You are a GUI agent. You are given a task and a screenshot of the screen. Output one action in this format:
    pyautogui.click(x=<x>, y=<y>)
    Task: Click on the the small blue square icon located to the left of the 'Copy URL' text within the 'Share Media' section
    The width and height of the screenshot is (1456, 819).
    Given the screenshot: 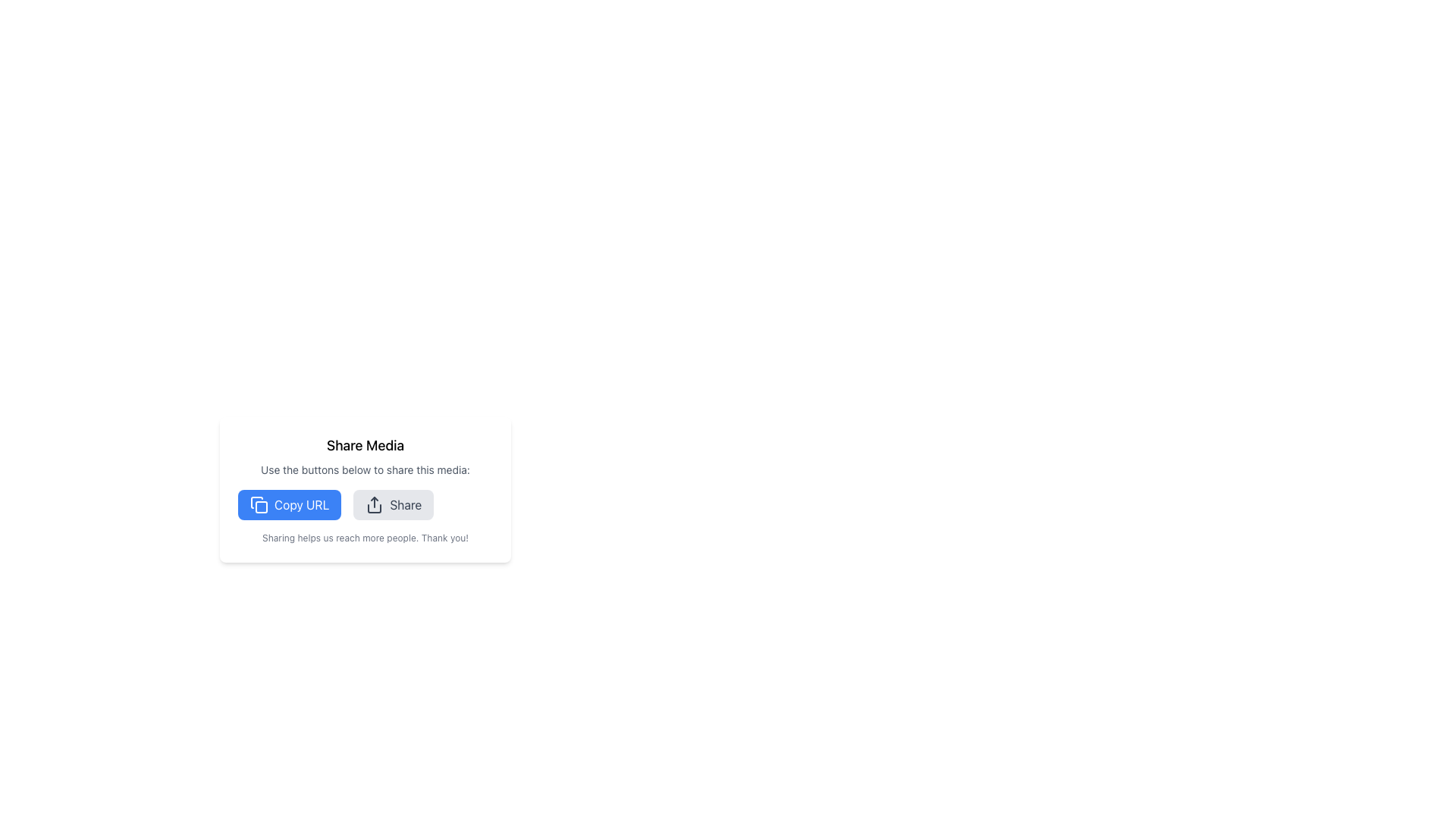 What is the action you would take?
    pyautogui.click(x=262, y=507)
    